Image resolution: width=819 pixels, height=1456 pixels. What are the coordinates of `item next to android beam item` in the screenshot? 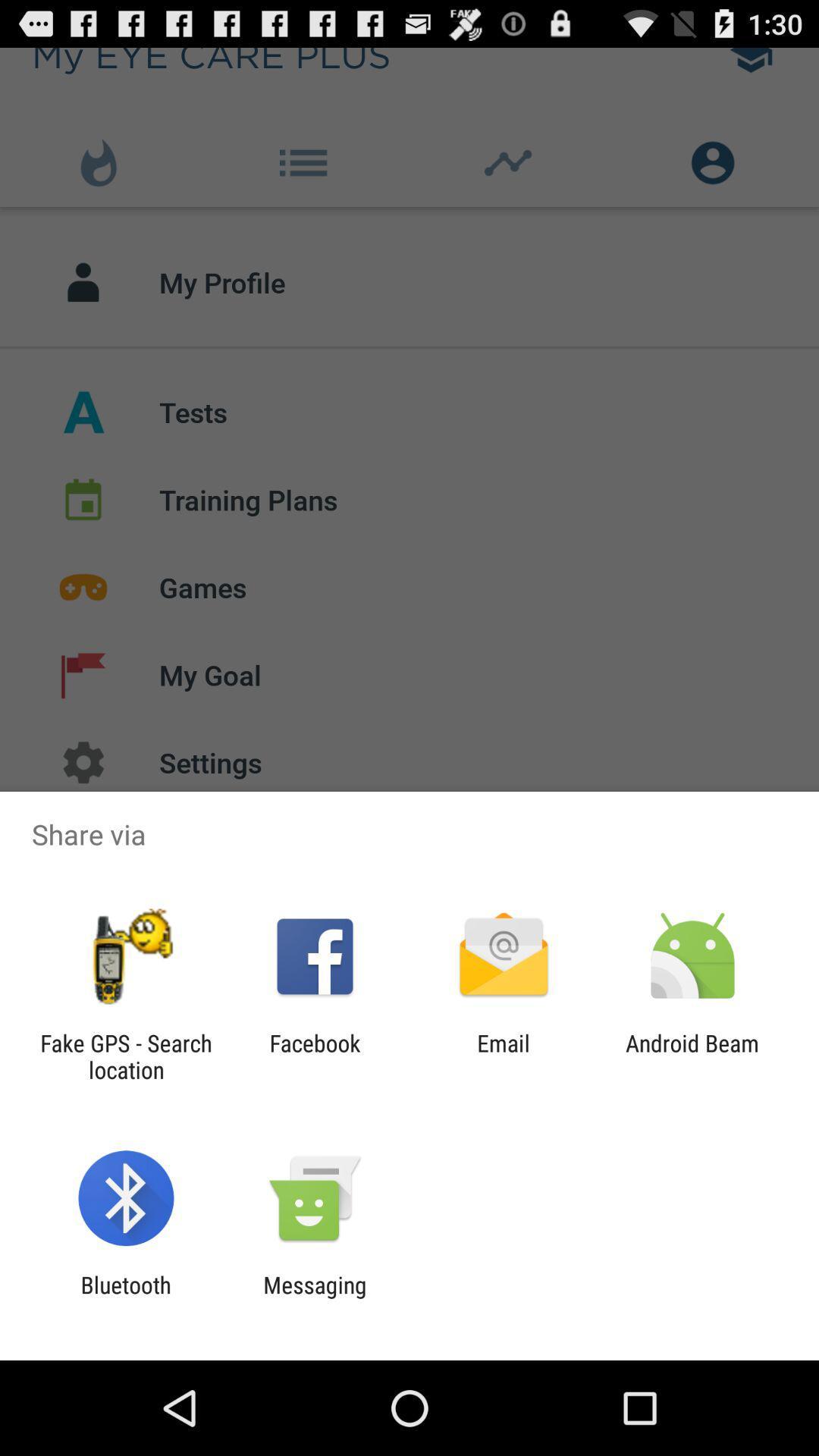 It's located at (504, 1056).